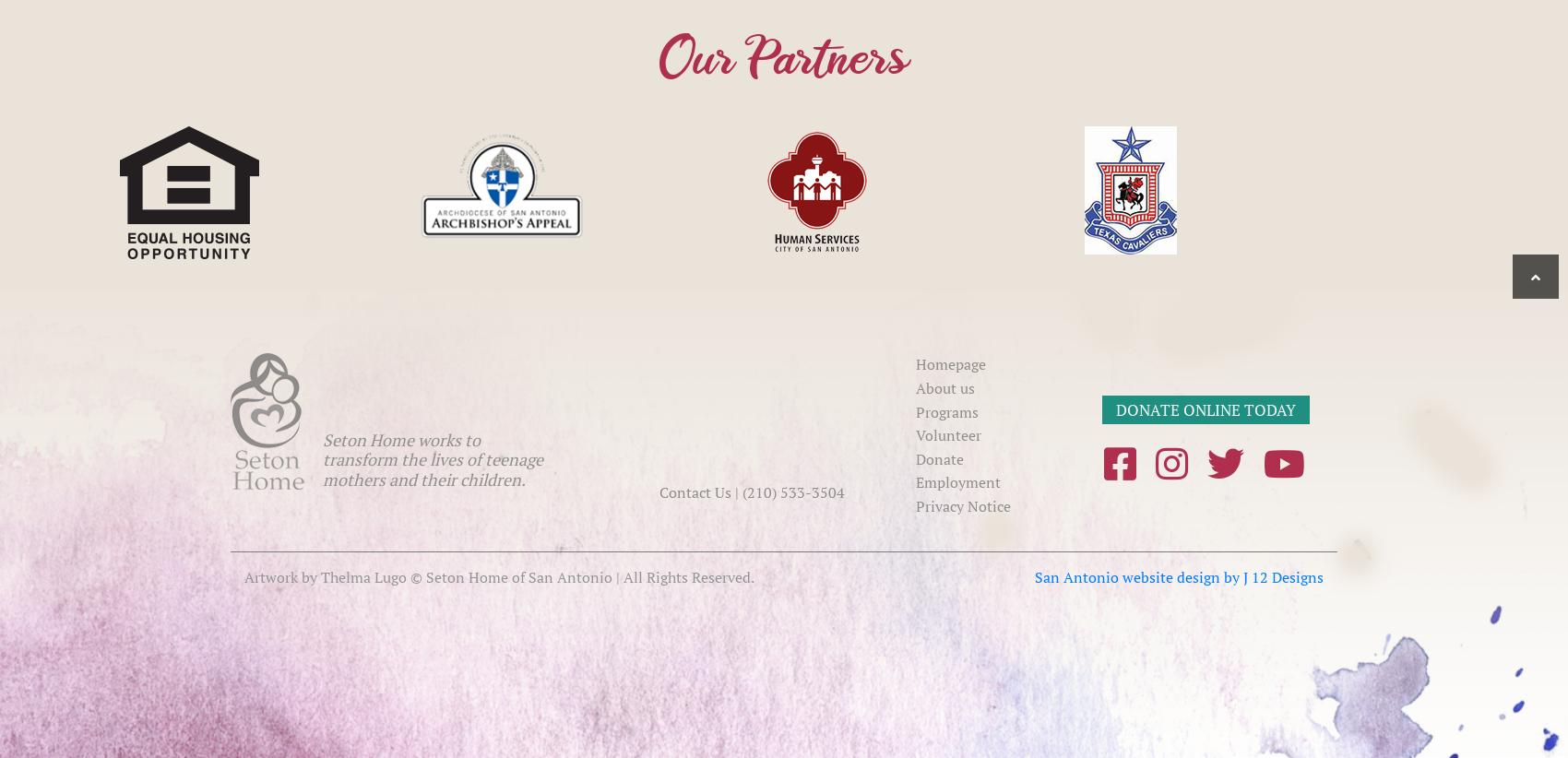  I want to click on 'Volunteer', so click(946, 434).